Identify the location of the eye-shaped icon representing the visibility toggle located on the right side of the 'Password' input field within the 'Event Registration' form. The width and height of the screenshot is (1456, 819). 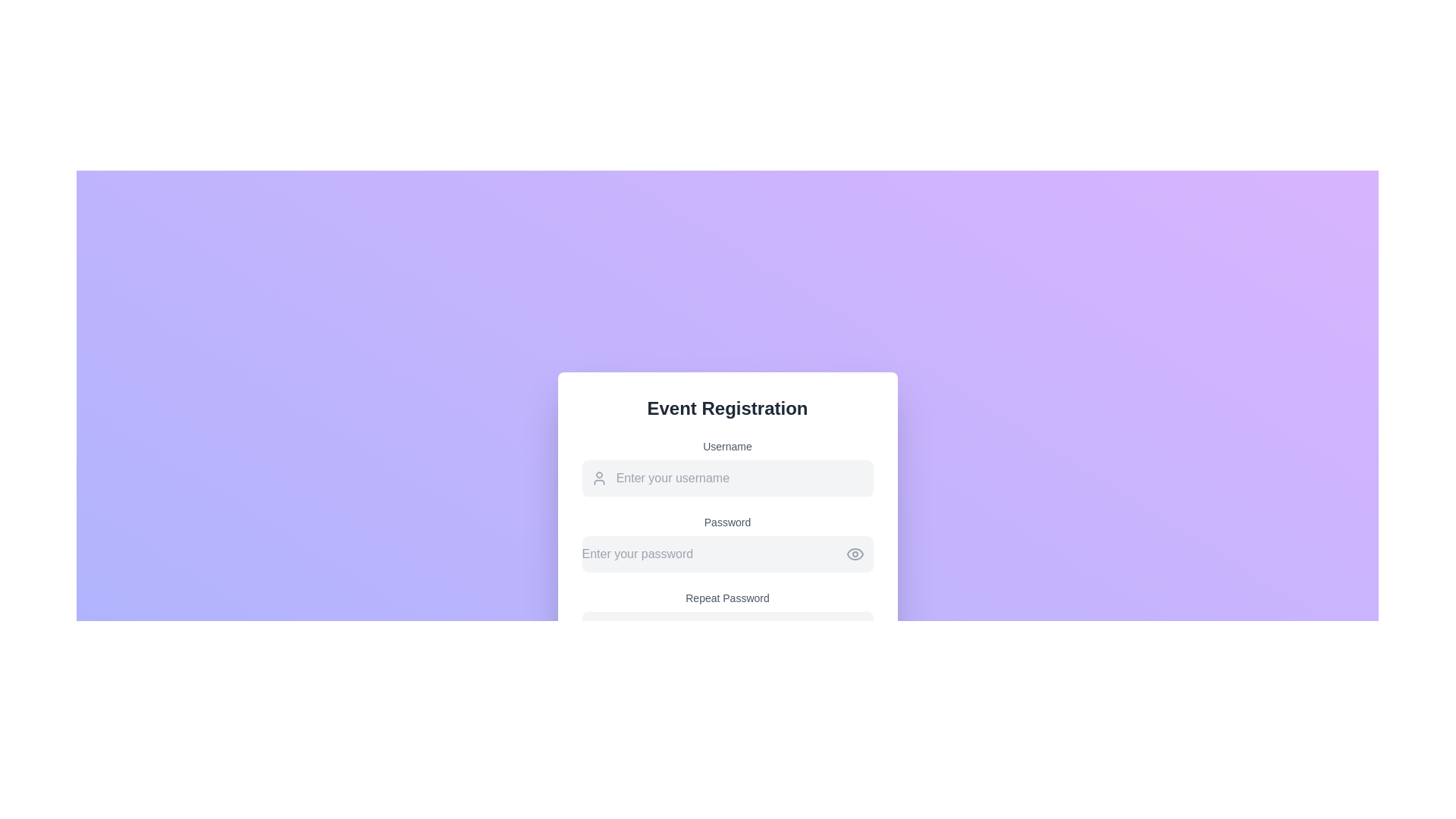
(855, 554).